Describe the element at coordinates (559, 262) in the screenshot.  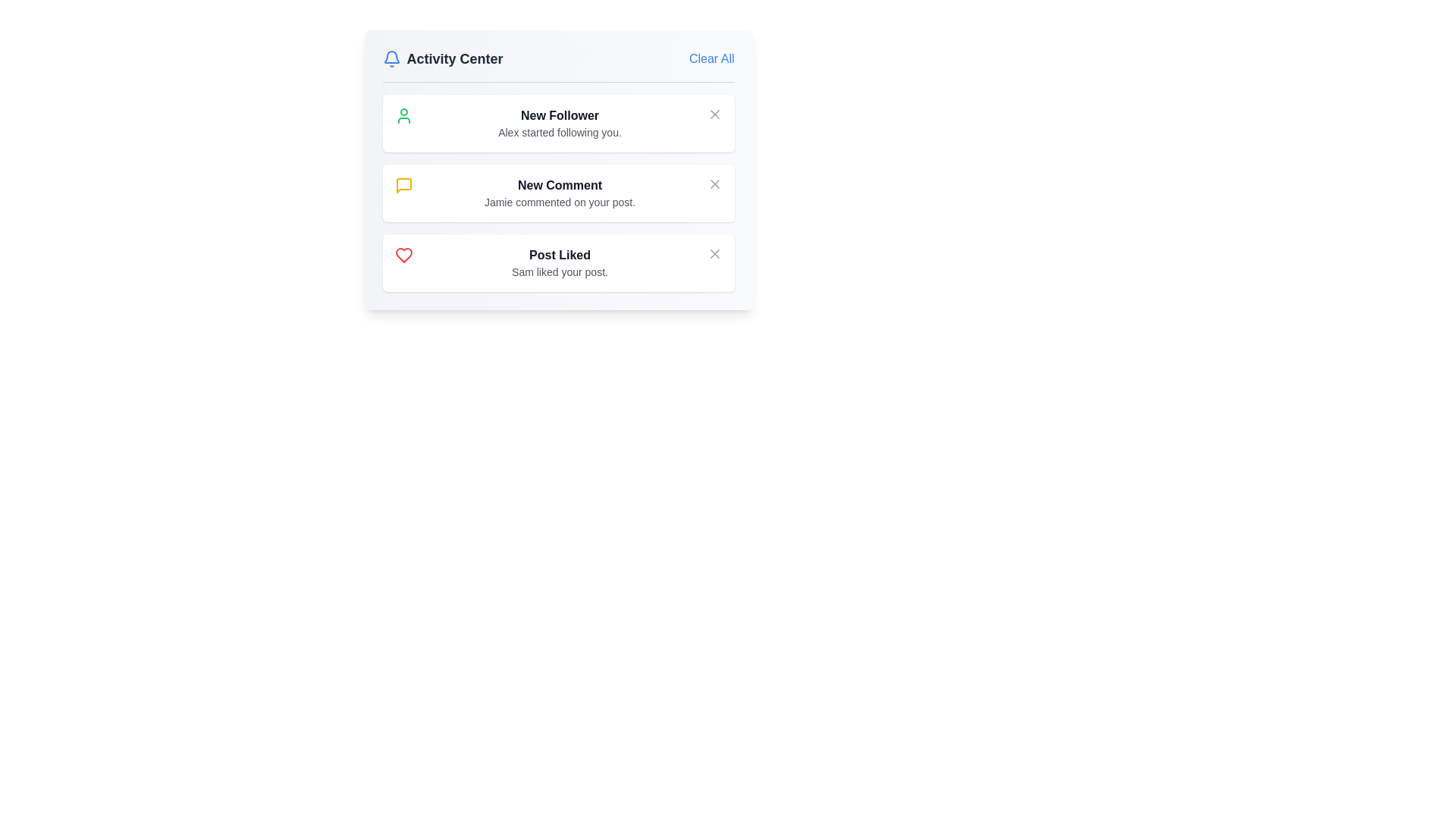
I see `notification text informing the user that 'Sam' liked a post, located within the notification card in the 'Activity Center' section, positioned between 'New Comment' and a blank area` at that location.